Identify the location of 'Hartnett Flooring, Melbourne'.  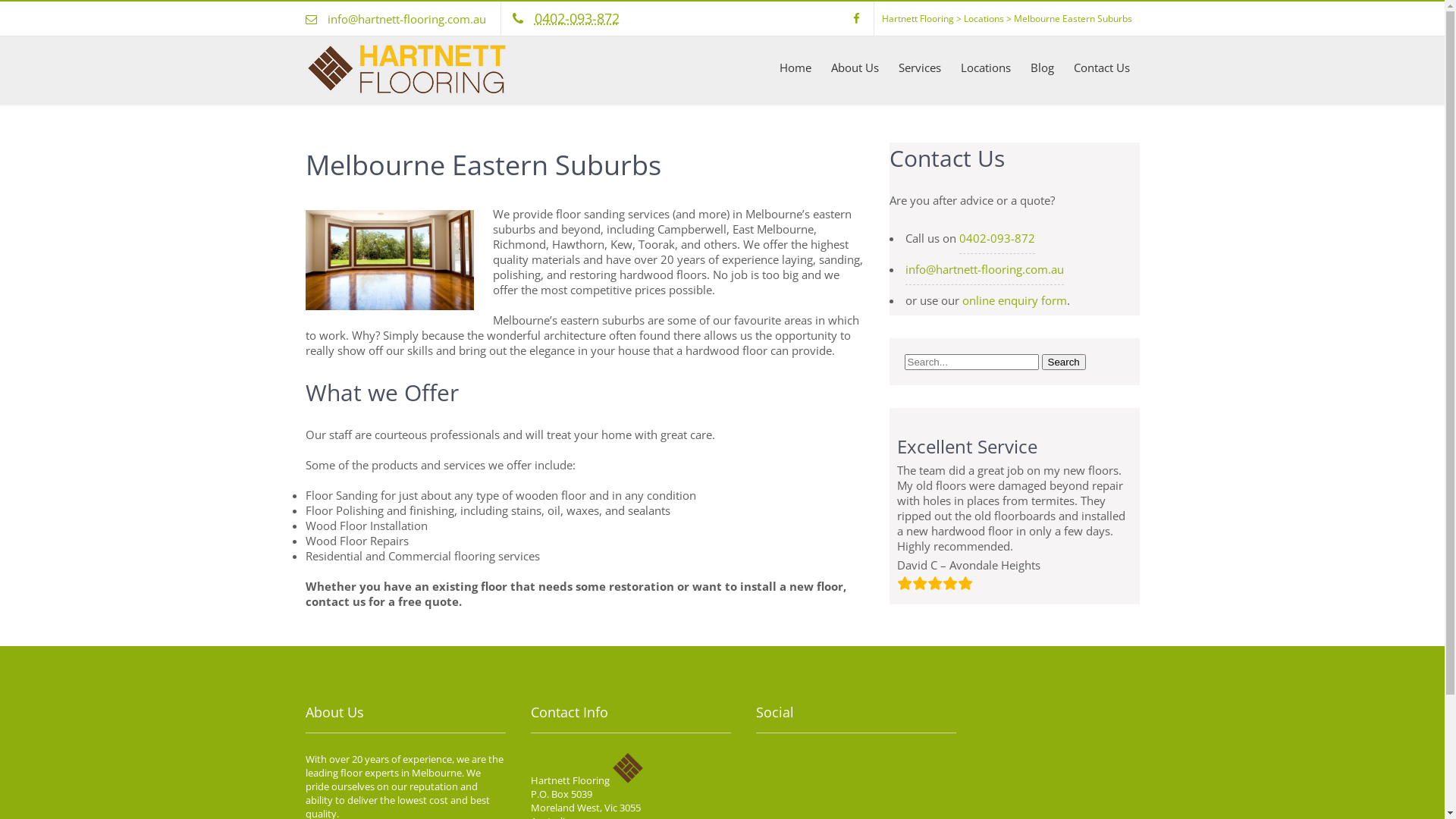
(406, 90).